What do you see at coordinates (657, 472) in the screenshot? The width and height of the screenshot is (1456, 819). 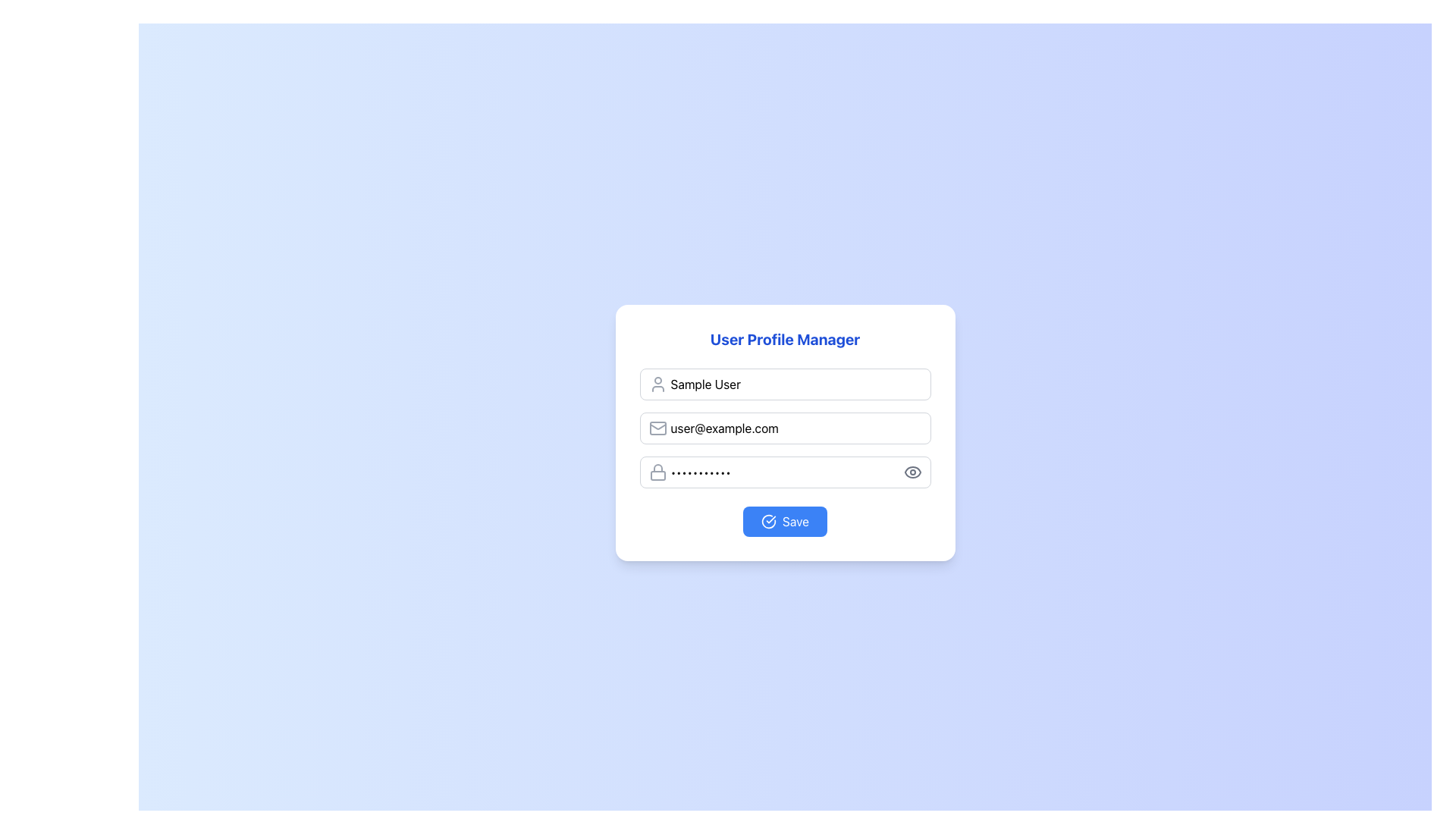 I see `the icon indicating the password input field's purpose, located to the left of the placeholder text` at bounding box center [657, 472].